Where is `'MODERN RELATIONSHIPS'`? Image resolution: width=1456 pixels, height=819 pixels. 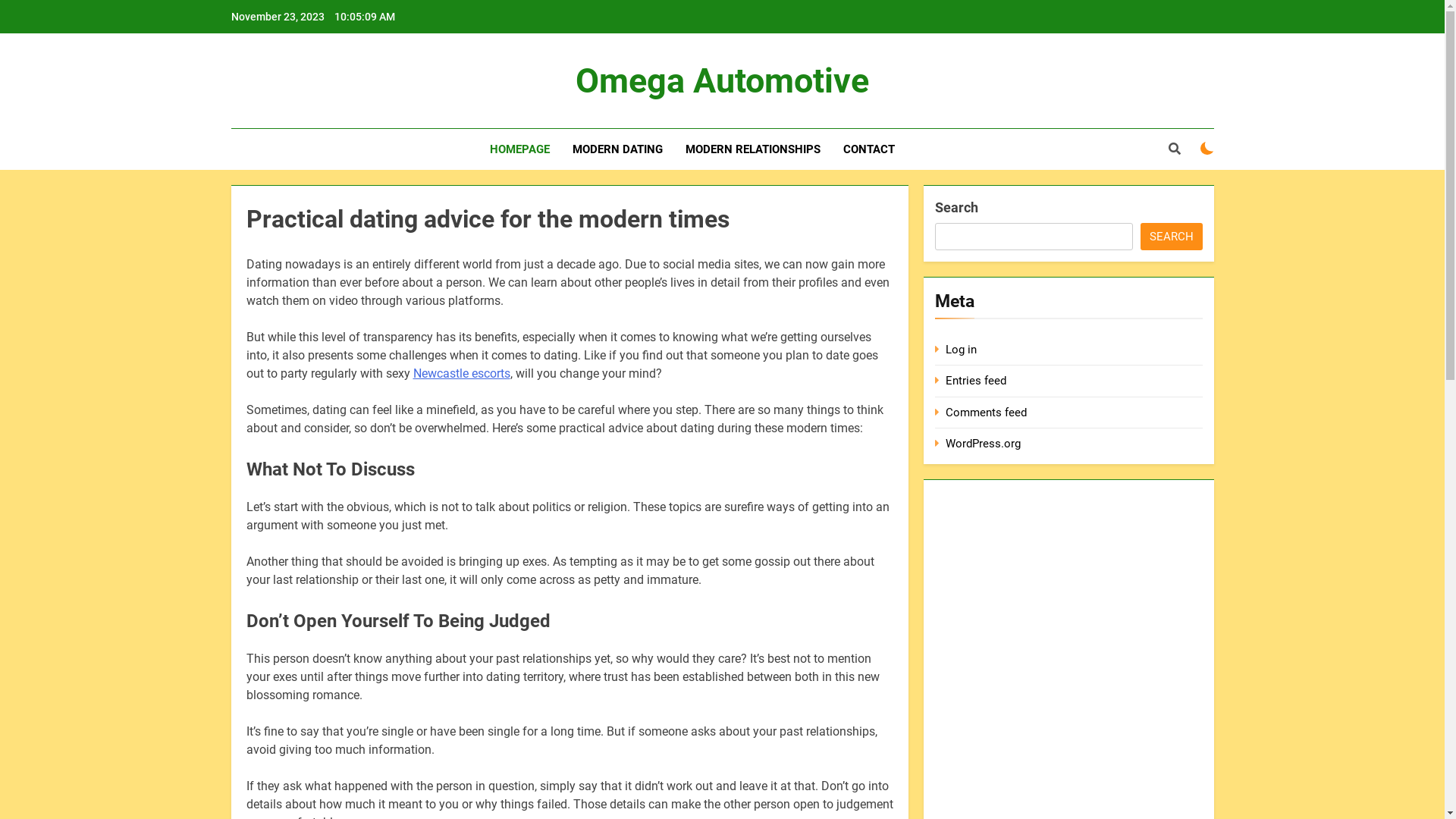 'MODERN RELATIONSHIPS' is located at coordinates (753, 149).